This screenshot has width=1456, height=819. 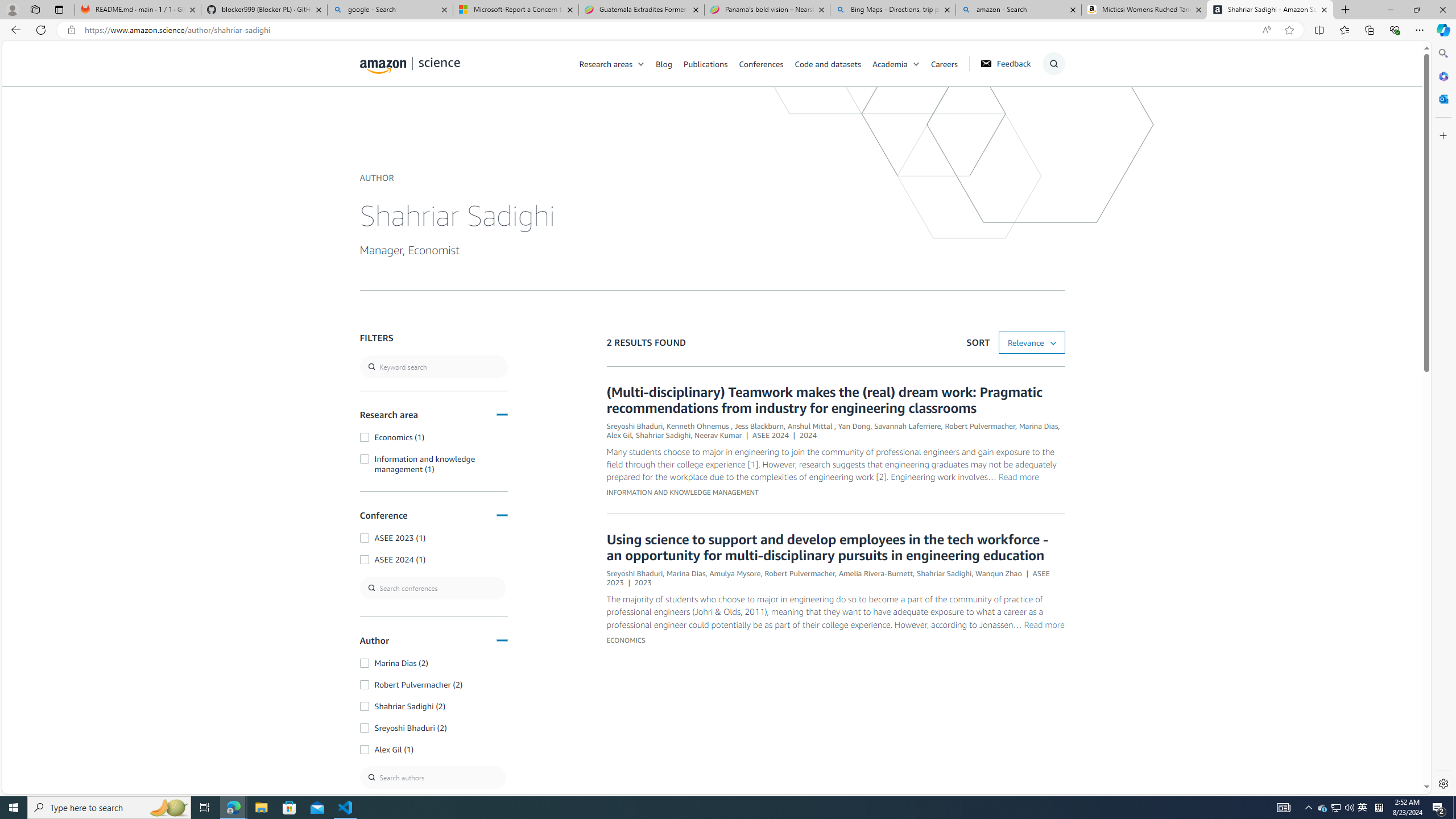 I want to click on 'Class: chevron', so click(x=916, y=66).